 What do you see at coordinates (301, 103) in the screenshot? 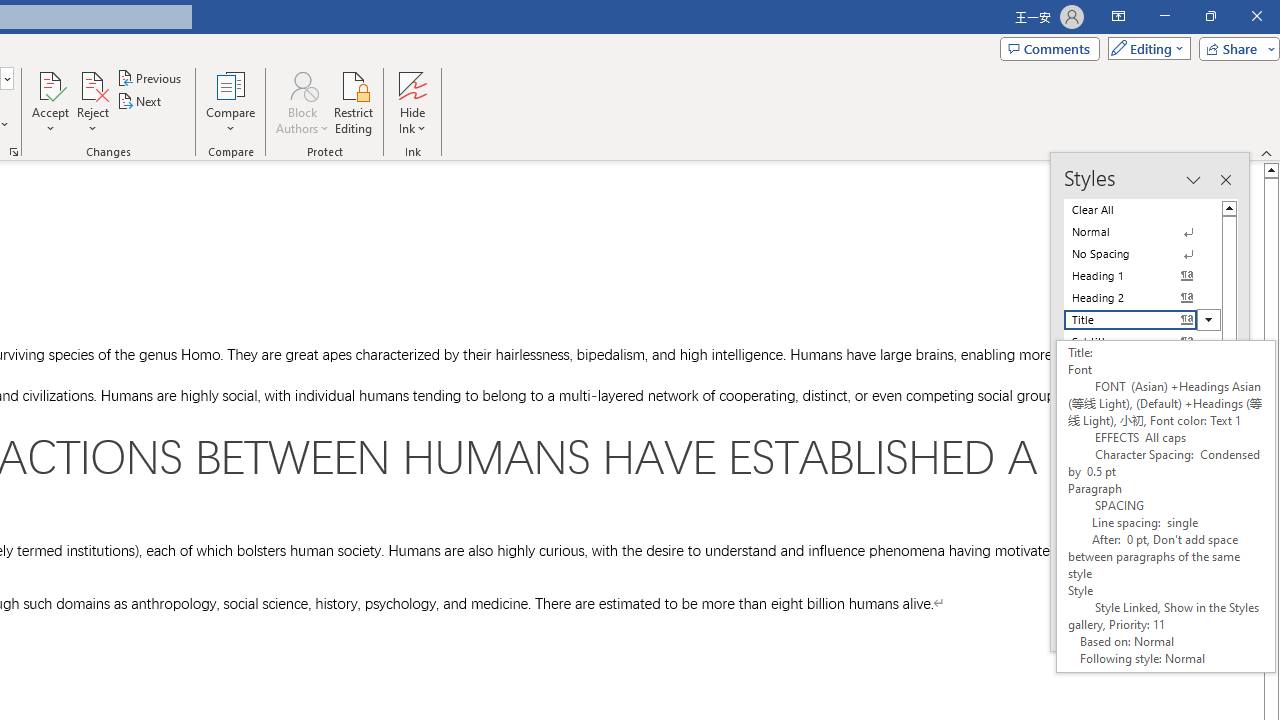
I see `'Block Authors'` at bounding box center [301, 103].